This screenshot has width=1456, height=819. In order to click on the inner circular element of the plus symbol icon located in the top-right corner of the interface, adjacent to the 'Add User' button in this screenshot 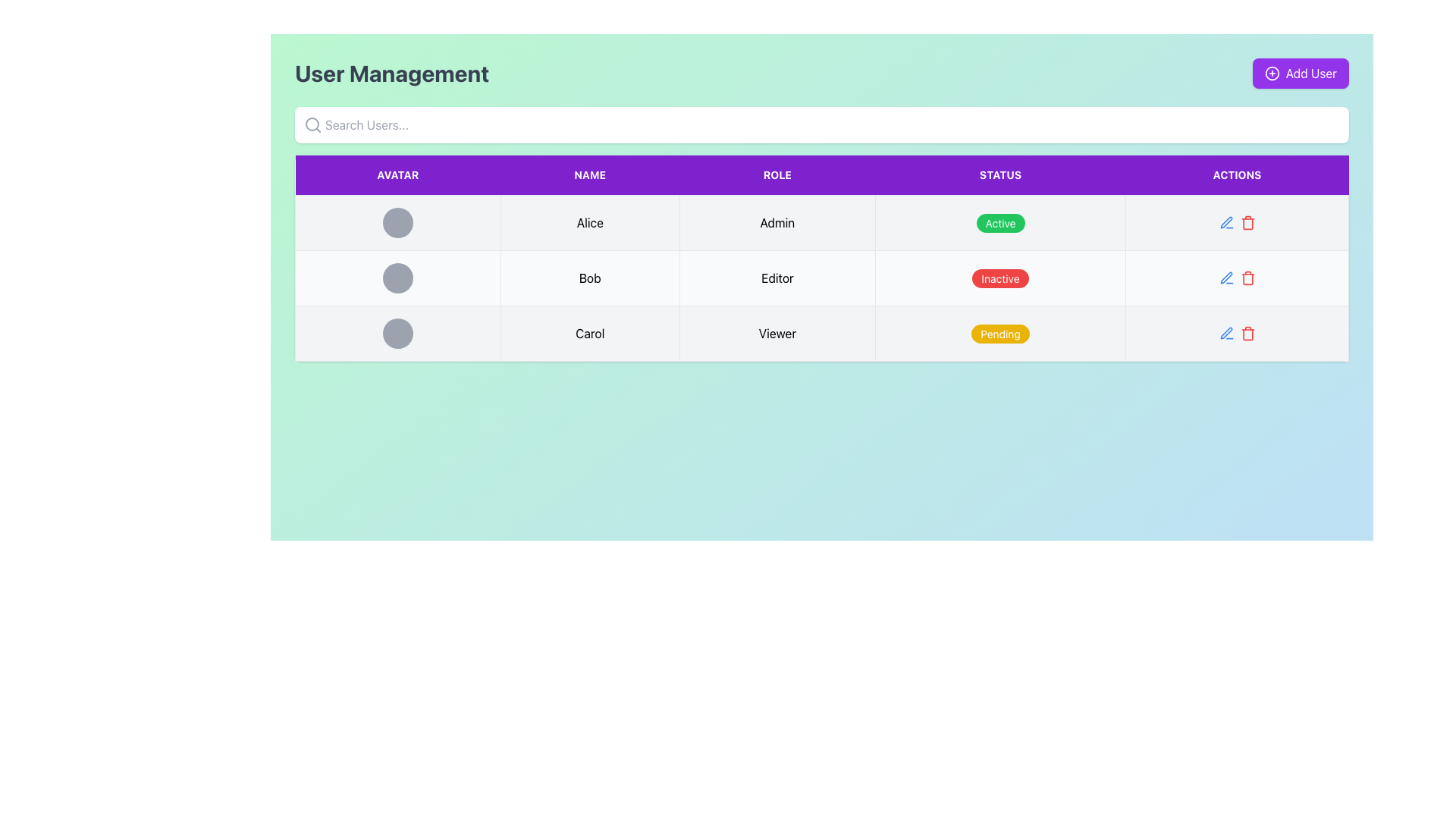, I will do `click(1272, 73)`.